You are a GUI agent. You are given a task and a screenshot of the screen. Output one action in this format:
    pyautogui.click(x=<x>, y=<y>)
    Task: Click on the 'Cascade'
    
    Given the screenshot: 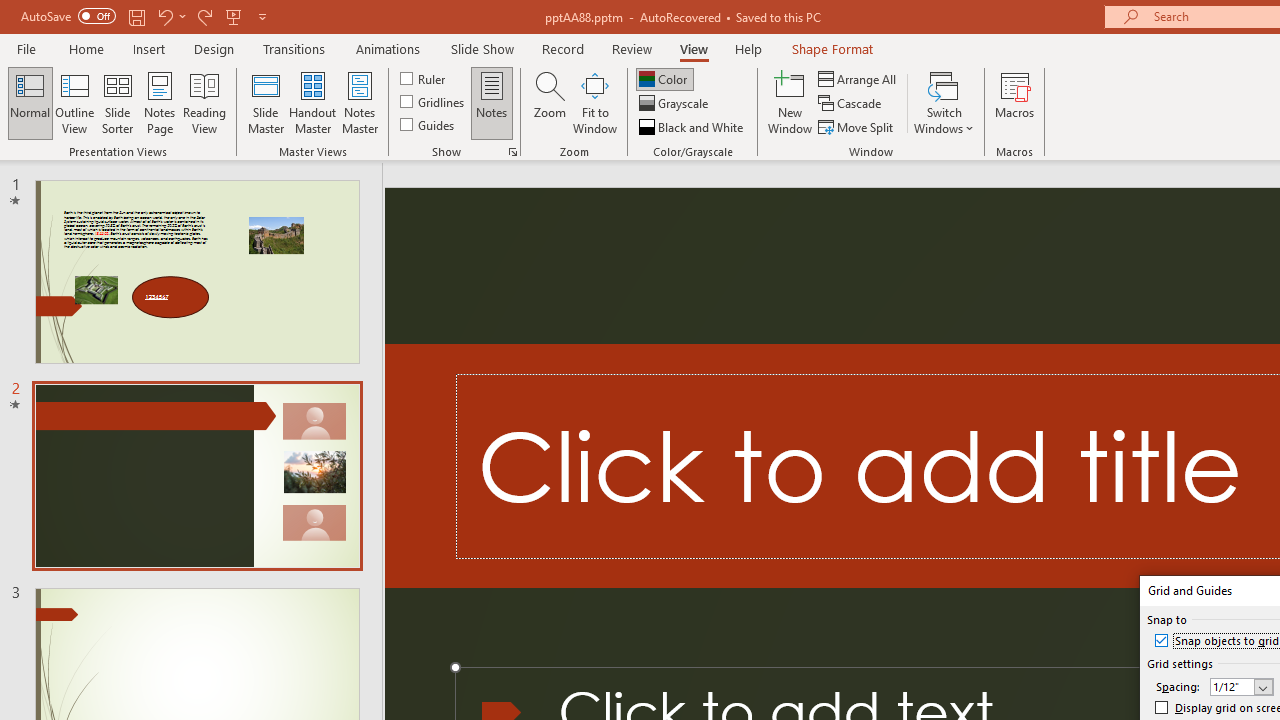 What is the action you would take?
    pyautogui.click(x=851, y=103)
    